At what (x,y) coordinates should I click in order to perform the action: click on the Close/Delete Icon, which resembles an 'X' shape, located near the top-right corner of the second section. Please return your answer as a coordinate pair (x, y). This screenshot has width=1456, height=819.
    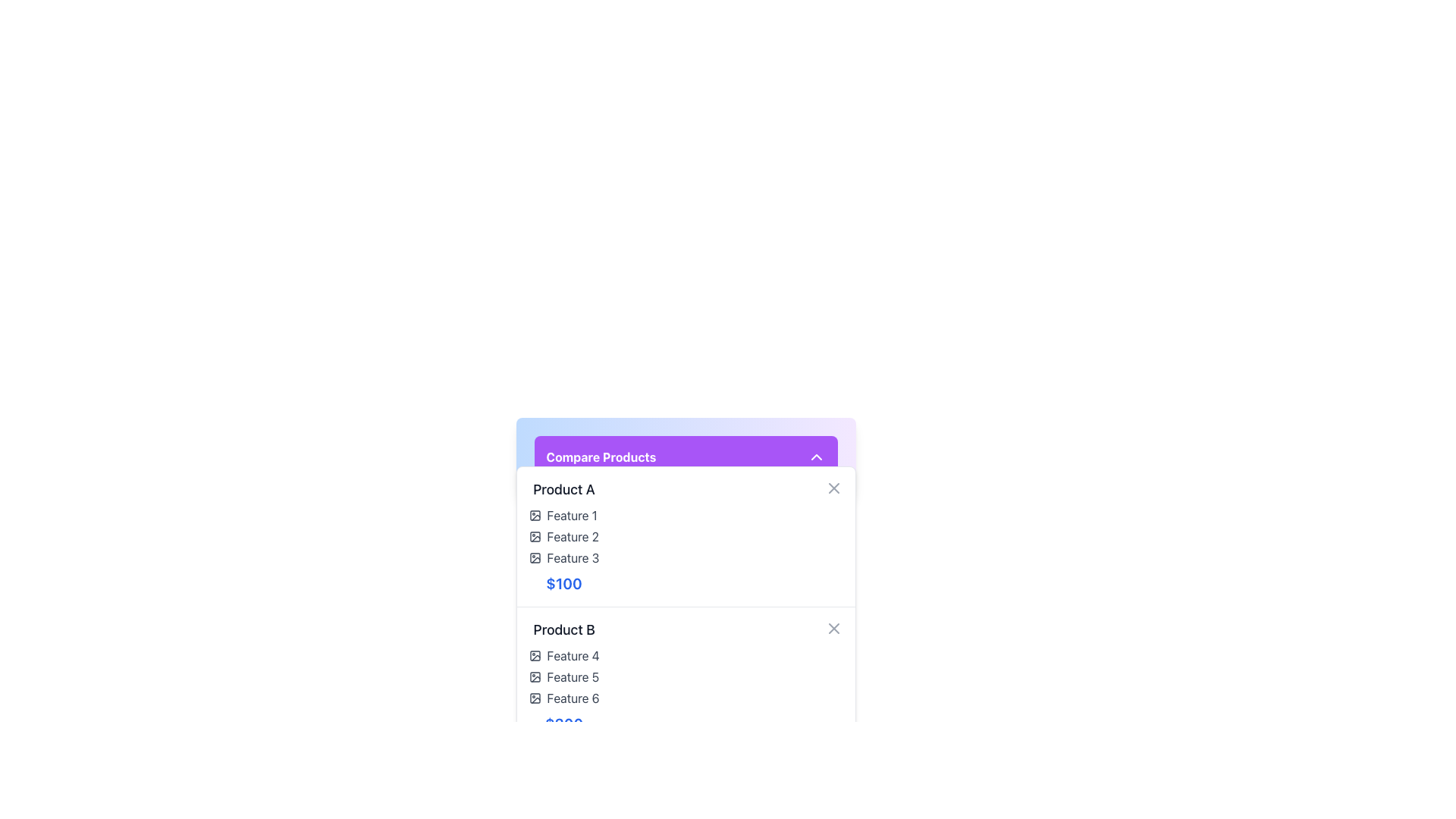
    Looking at the image, I should click on (833, 629).